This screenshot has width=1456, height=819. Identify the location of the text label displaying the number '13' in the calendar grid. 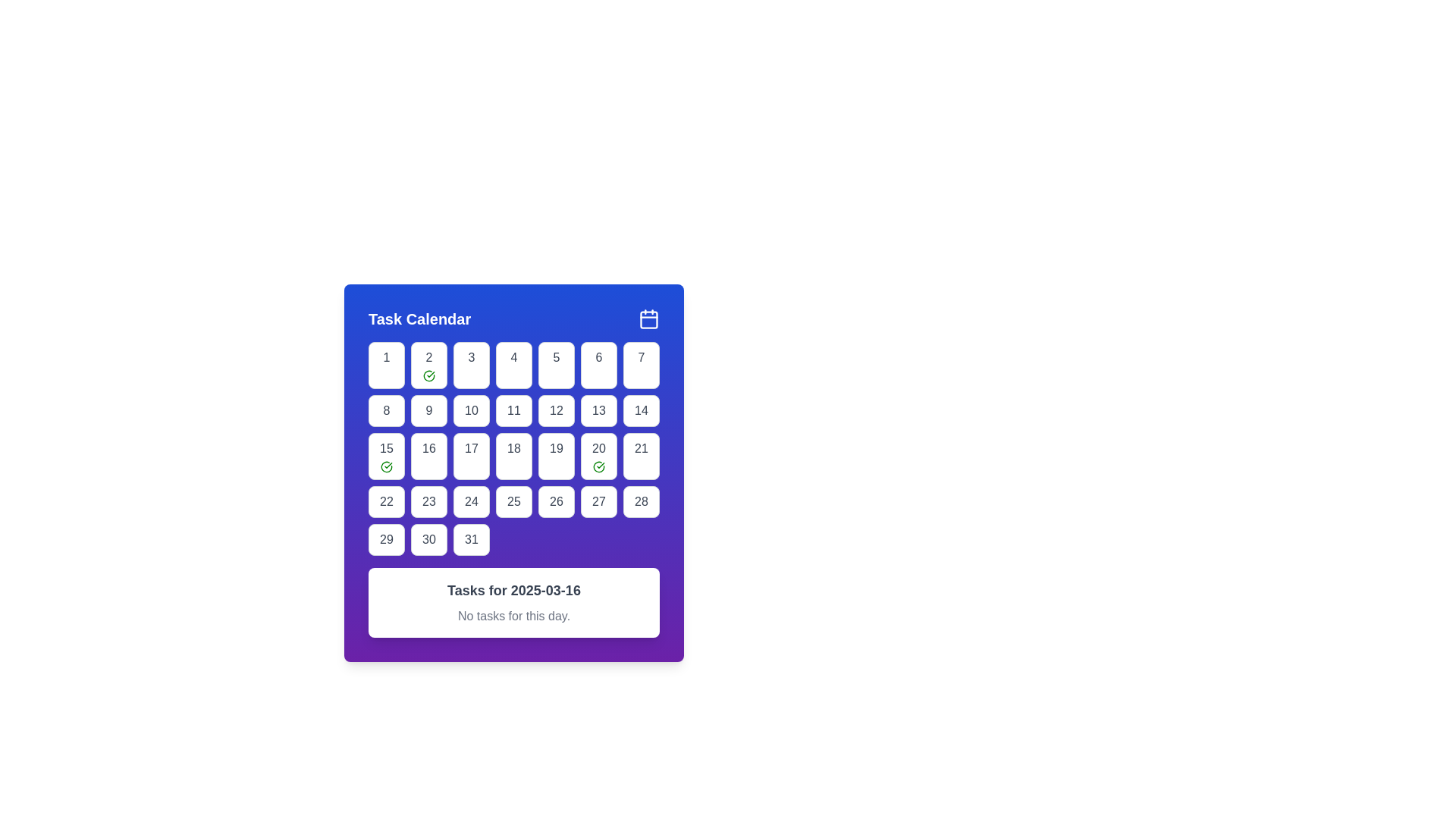
(598, 411).